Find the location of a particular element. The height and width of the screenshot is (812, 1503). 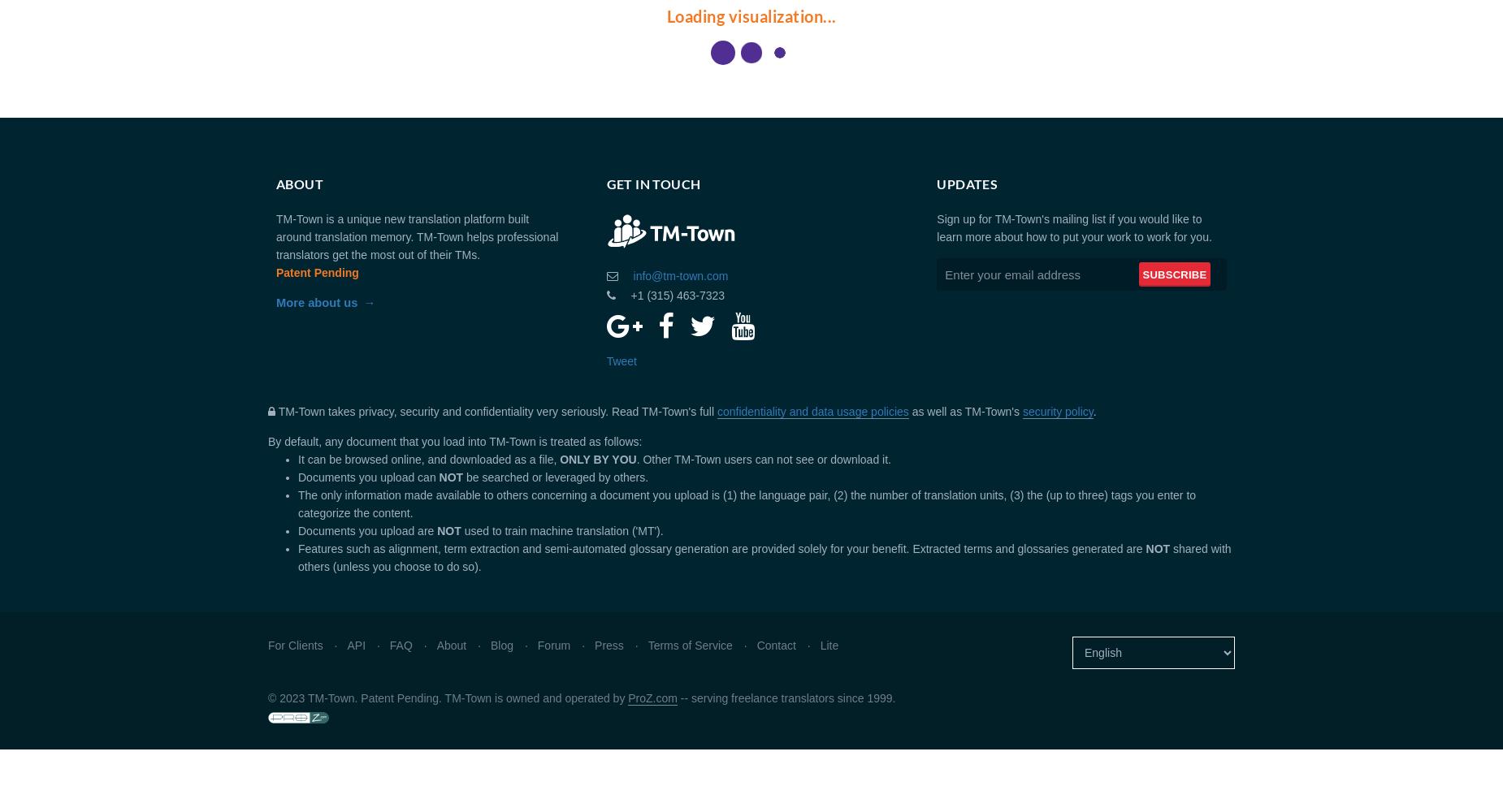

'© 2023 TM-Town. Patent Pending. TM-Town is owned and operated by' is located at coordinates (448, 698).